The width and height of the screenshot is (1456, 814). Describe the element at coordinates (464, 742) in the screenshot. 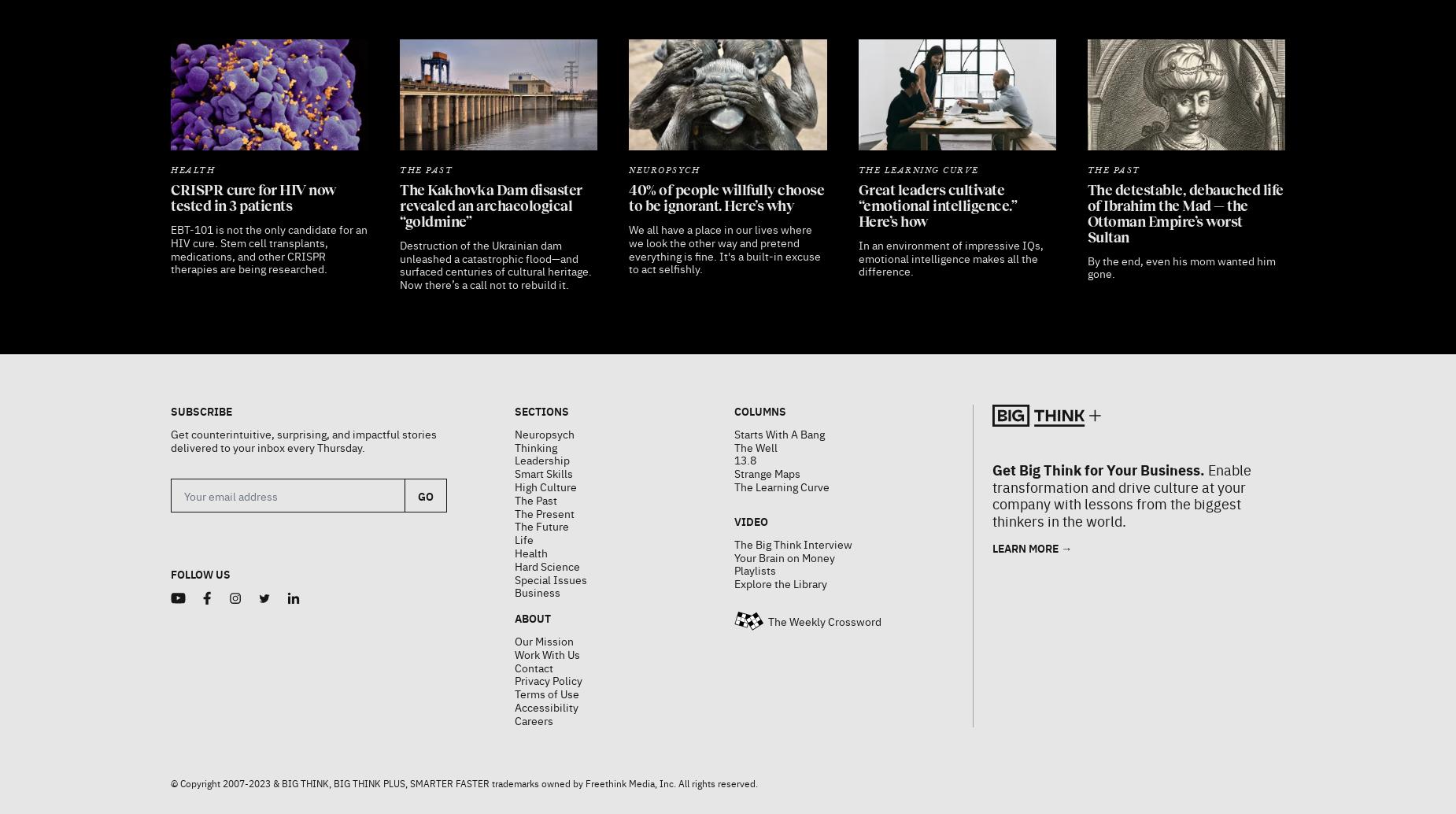

I see `'© Copyright 2007-2023 & BIG THINK, BIG THINK PLUS, SMARTER FASTER trademarks owned by Freethink Media, Inc. All rights reserved.'` at that location.